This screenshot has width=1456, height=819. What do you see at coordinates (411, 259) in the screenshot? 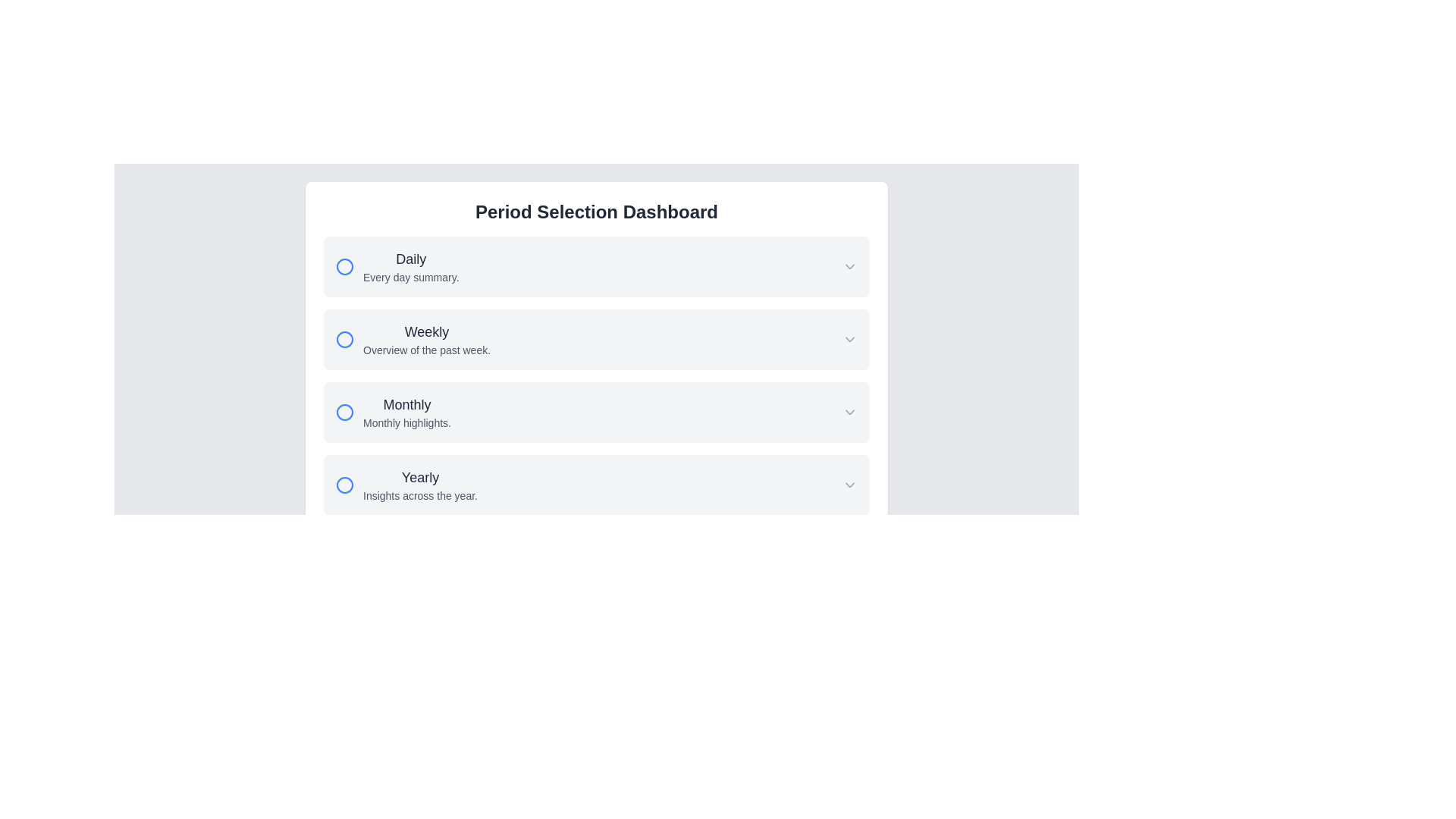
I see `header text indicating the daily summary section that is positioned in the card with the header 'Daily' and description 'Every day summary.'` at bounding box center [411, 259].